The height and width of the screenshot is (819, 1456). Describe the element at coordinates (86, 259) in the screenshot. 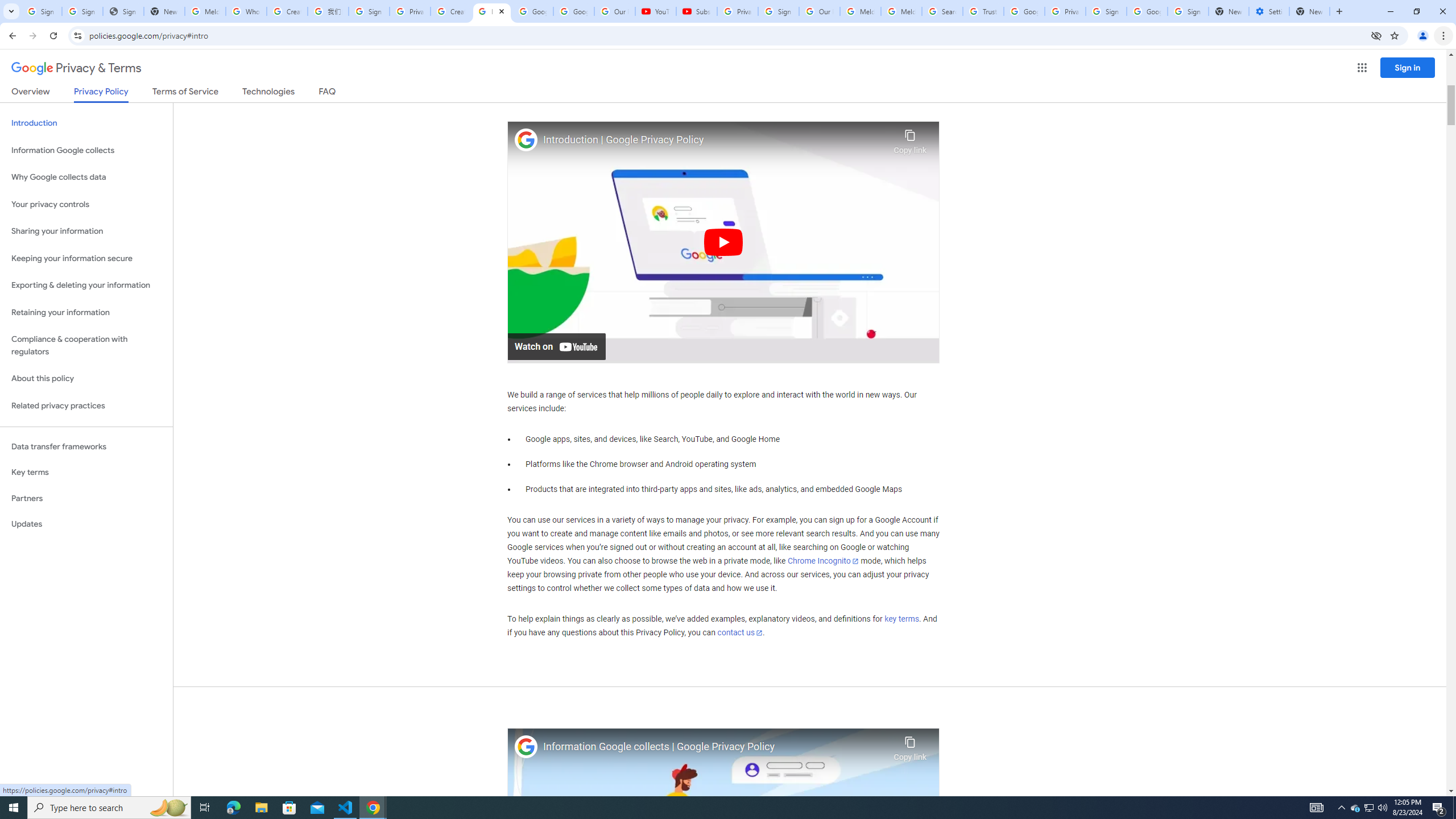

I see `'Keeping your information secure'` at that location.